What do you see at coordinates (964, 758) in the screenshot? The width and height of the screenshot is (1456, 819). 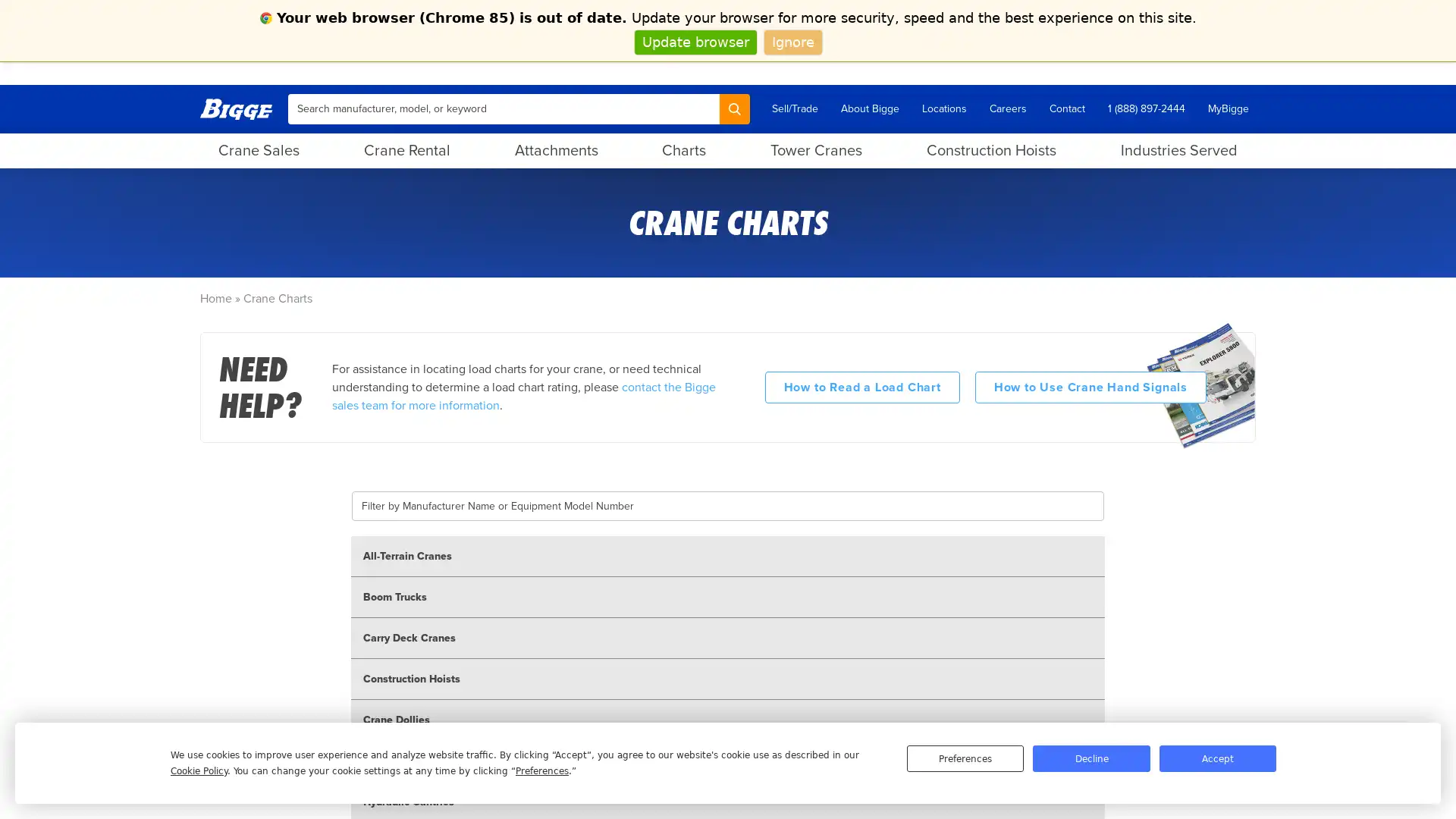 I see `Preferences` at bounding box center [964, 758].